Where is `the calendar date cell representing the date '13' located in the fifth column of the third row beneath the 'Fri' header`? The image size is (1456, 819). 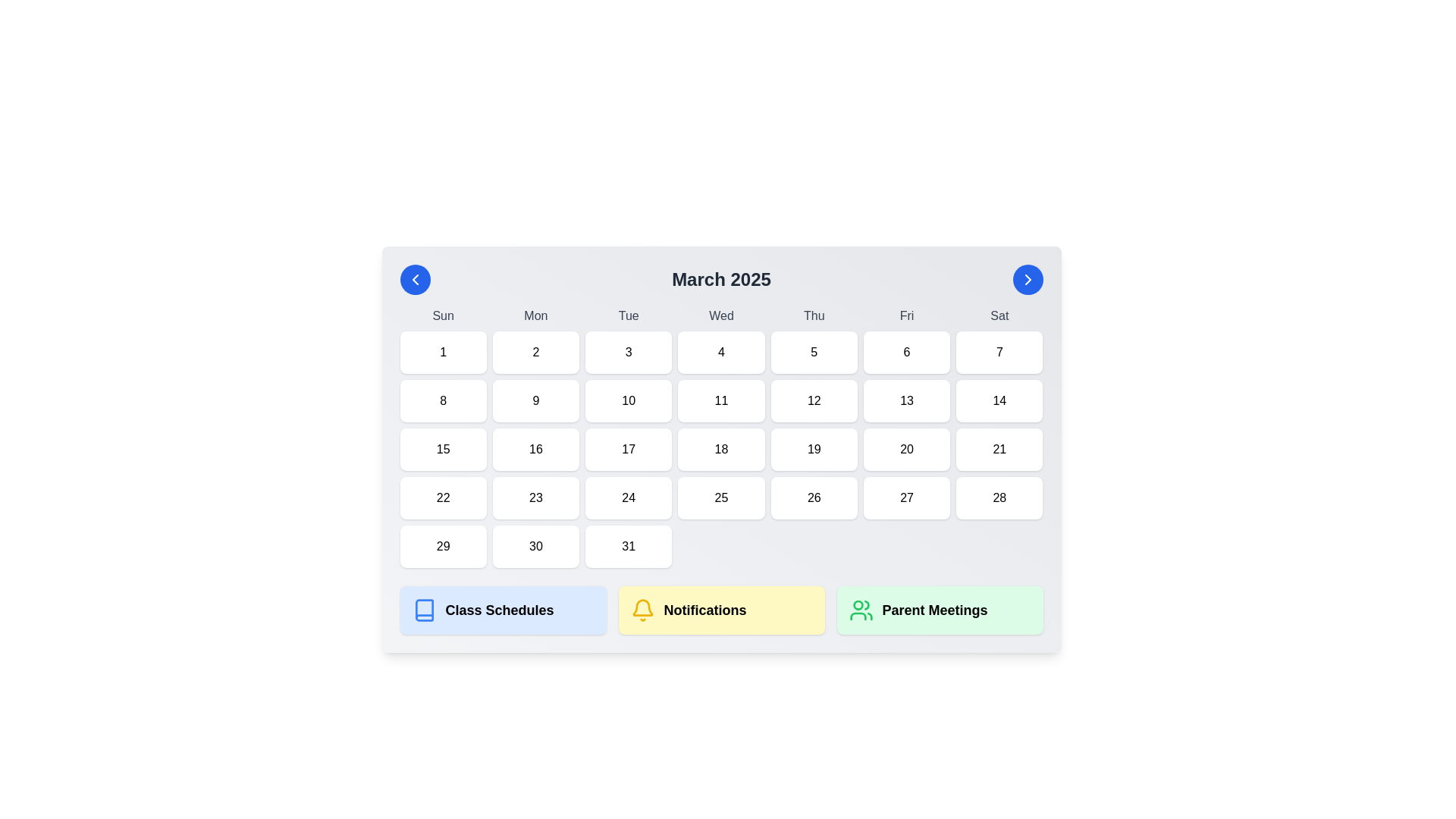 the calendar date cell representing the date '13' located in the fifth column of the third row beneath the 'Fri' header is located at coordinates (906, 400).